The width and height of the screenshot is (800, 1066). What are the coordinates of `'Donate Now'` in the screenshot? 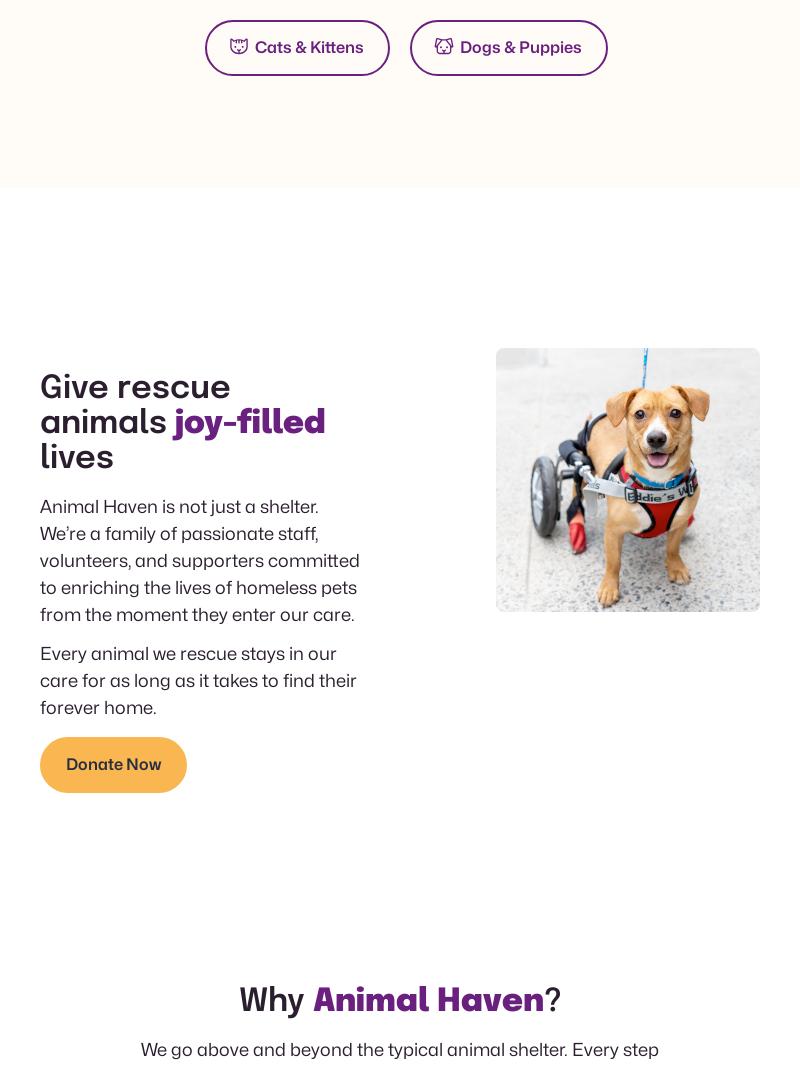 It's located at (112, 763).